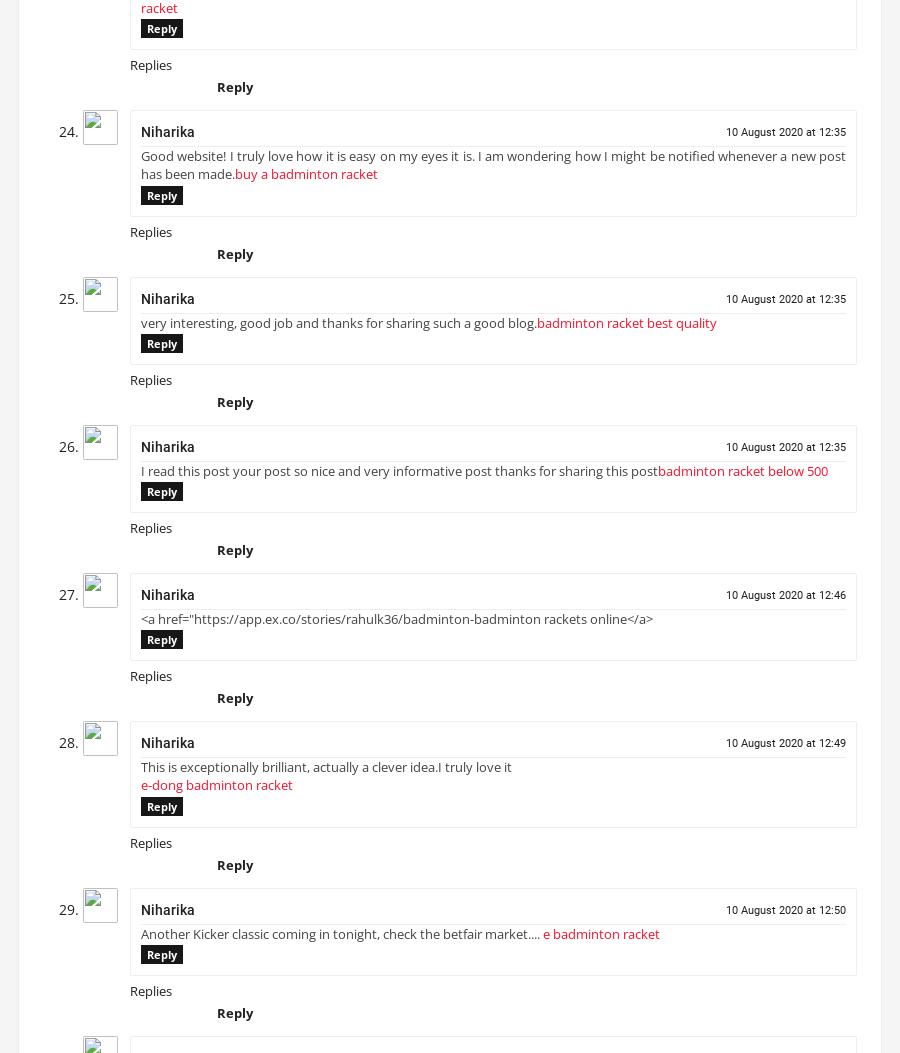  Describe the element at coordinates (141, 793) in the screenshot. I see `'e-dong badminton racket'` at that location.